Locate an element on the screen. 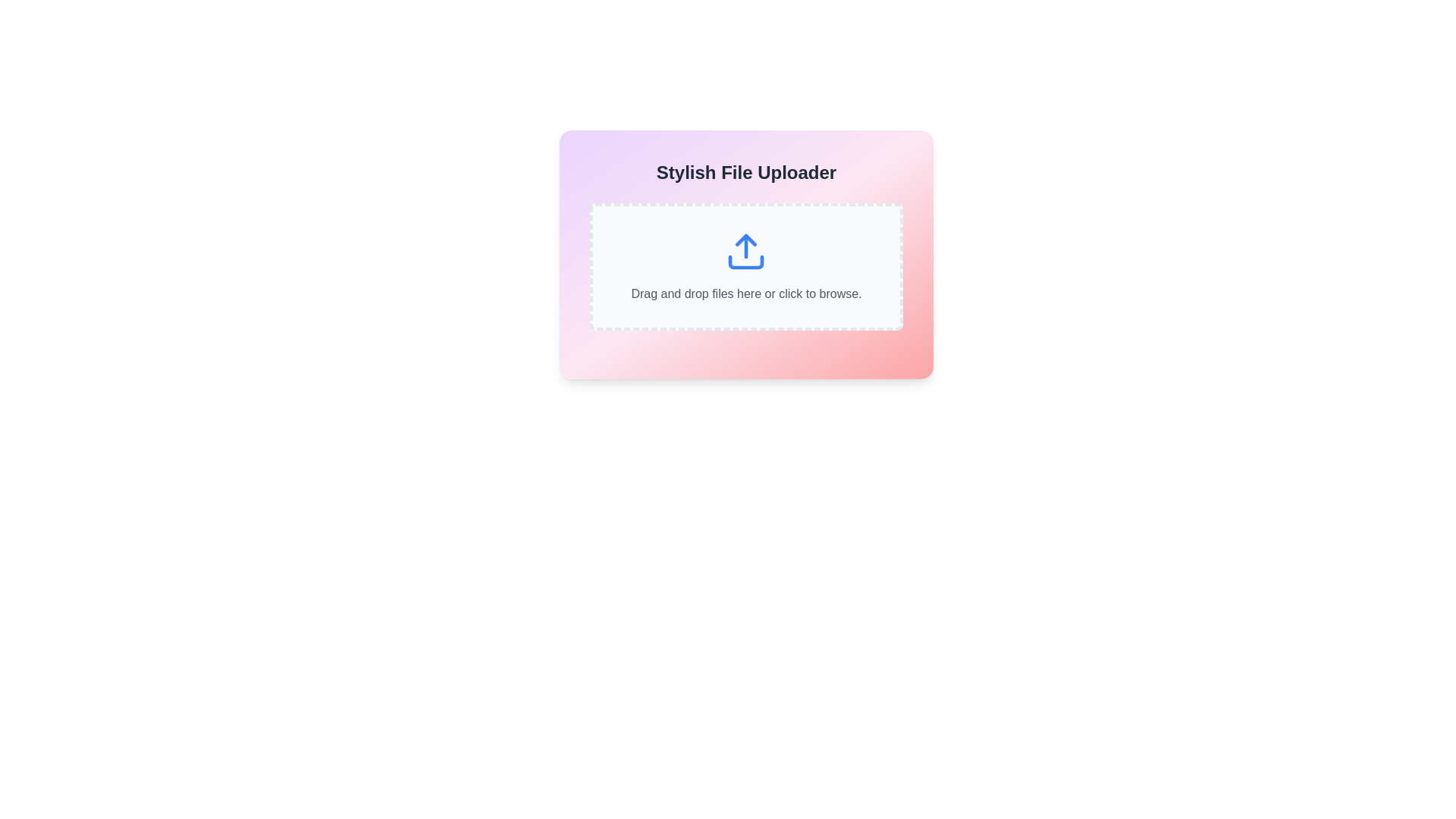 This screenshot has height=819, width=1456. files onto the interactive upload area, which features a blue upload arrow icon and instructive text stating 'Drag and drop files here or click is located at coordinates (746, 265).